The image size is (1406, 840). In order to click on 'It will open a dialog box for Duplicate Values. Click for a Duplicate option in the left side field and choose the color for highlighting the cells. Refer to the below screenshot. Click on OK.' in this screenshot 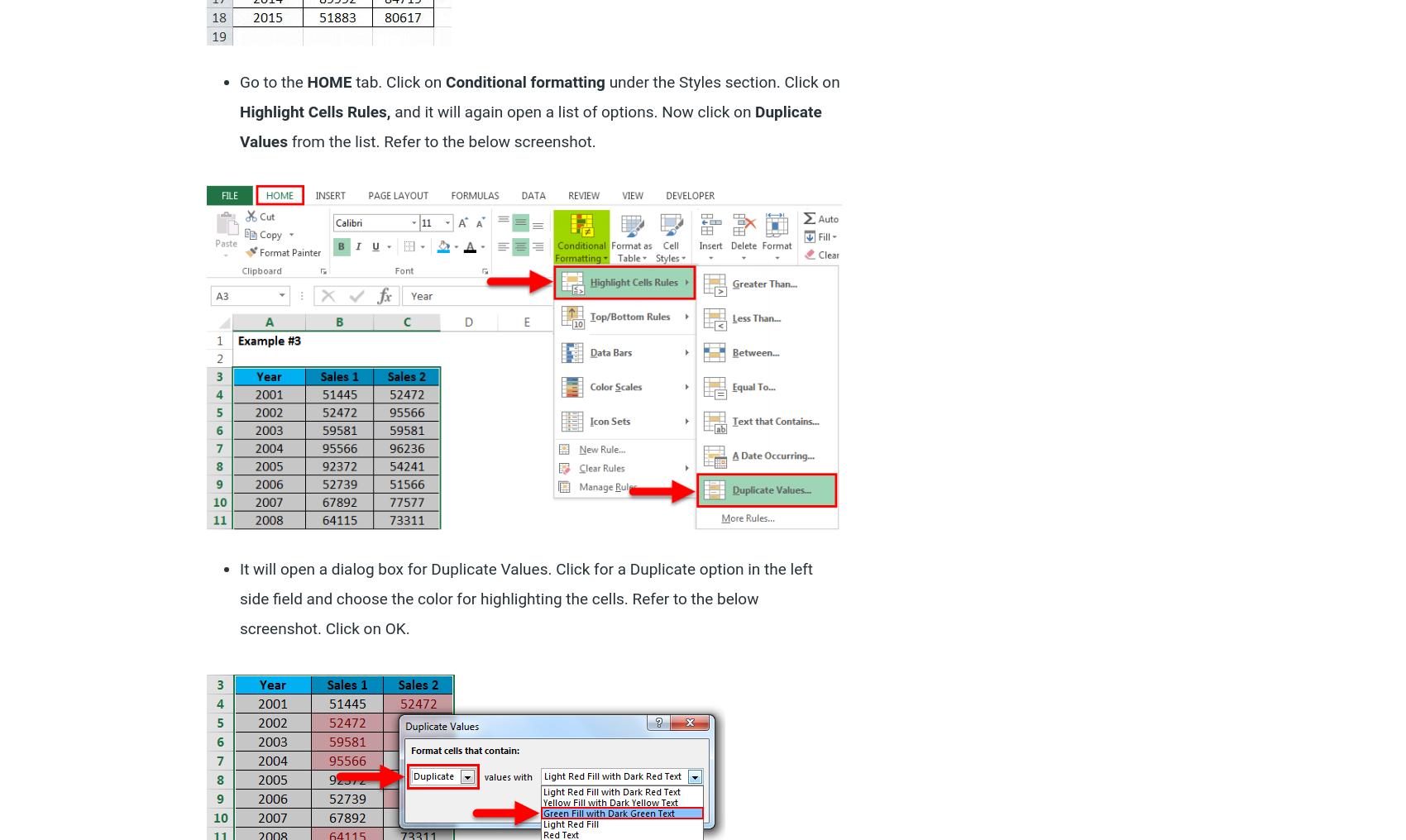, I will do `click(525, 599)`.